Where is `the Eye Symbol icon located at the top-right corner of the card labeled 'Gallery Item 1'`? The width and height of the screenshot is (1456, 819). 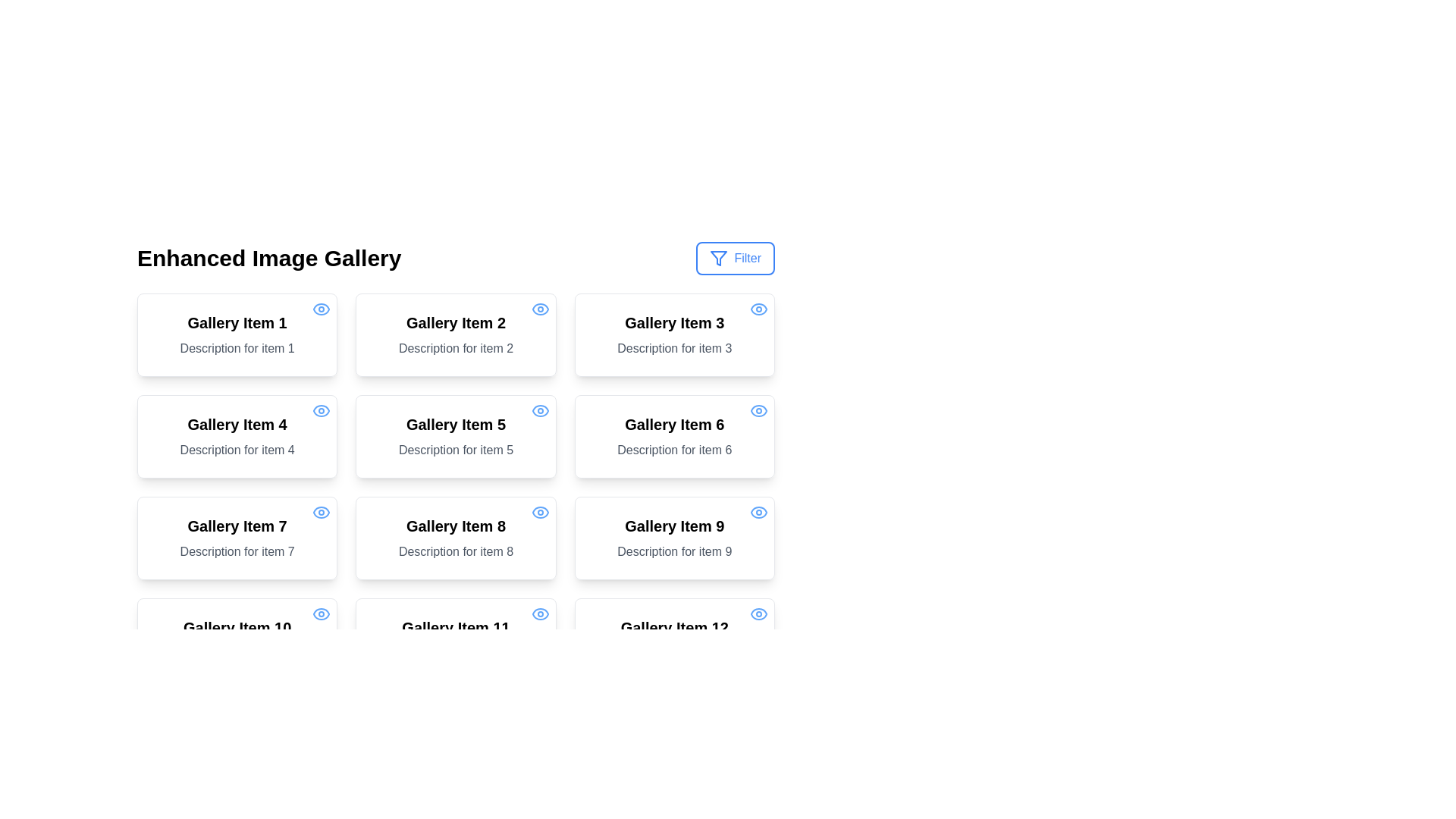 the Eye Symbol icon located at the top-right corner of the card labeled 'Gallery Item 1' is located at coordinates (321, 309).